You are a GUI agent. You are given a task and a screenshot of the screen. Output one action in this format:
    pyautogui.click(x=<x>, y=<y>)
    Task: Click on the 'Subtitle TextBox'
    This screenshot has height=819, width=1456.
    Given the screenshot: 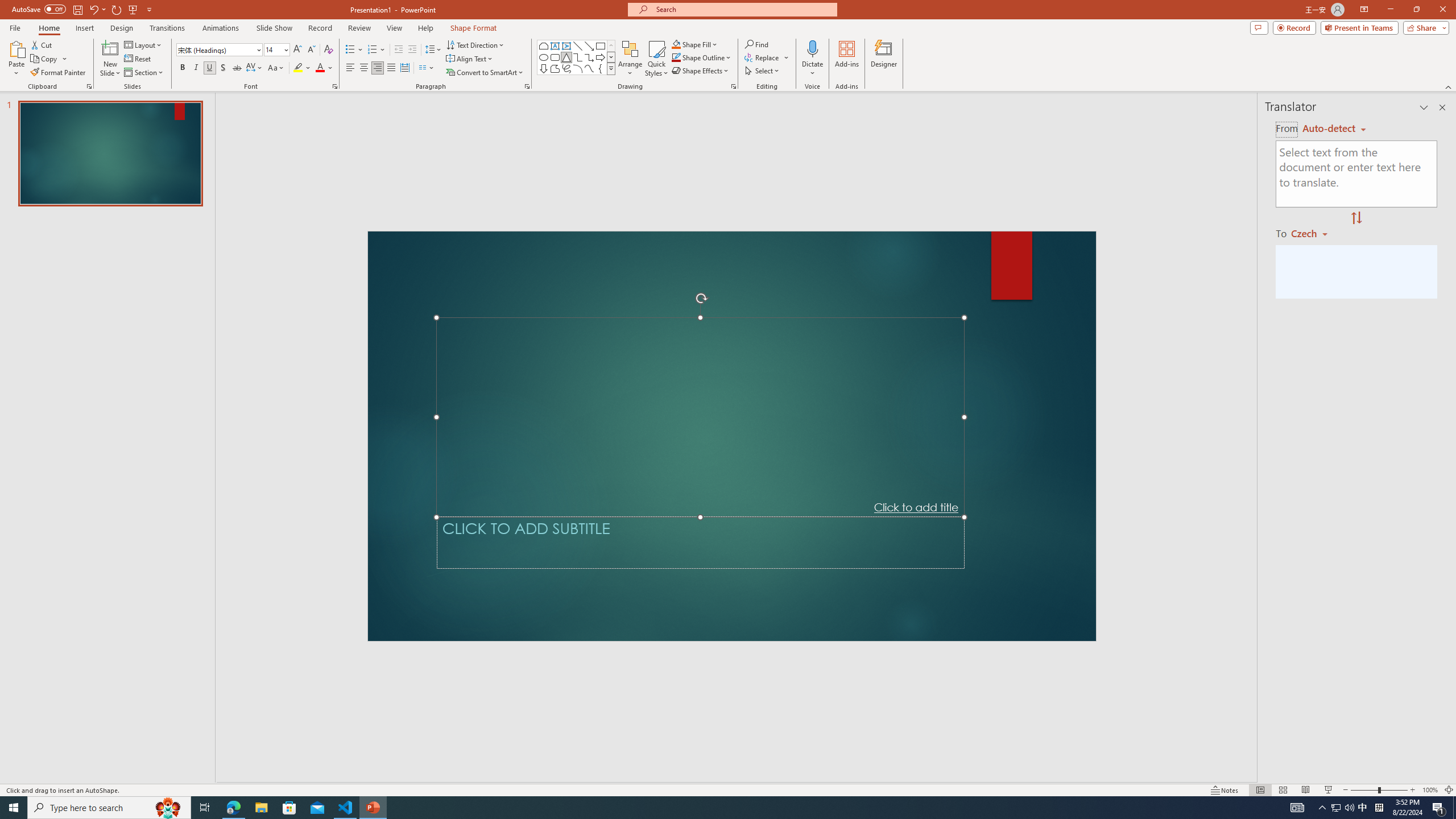 What is the action you would take?
    pyautogui.click(x=700, y=542)
    